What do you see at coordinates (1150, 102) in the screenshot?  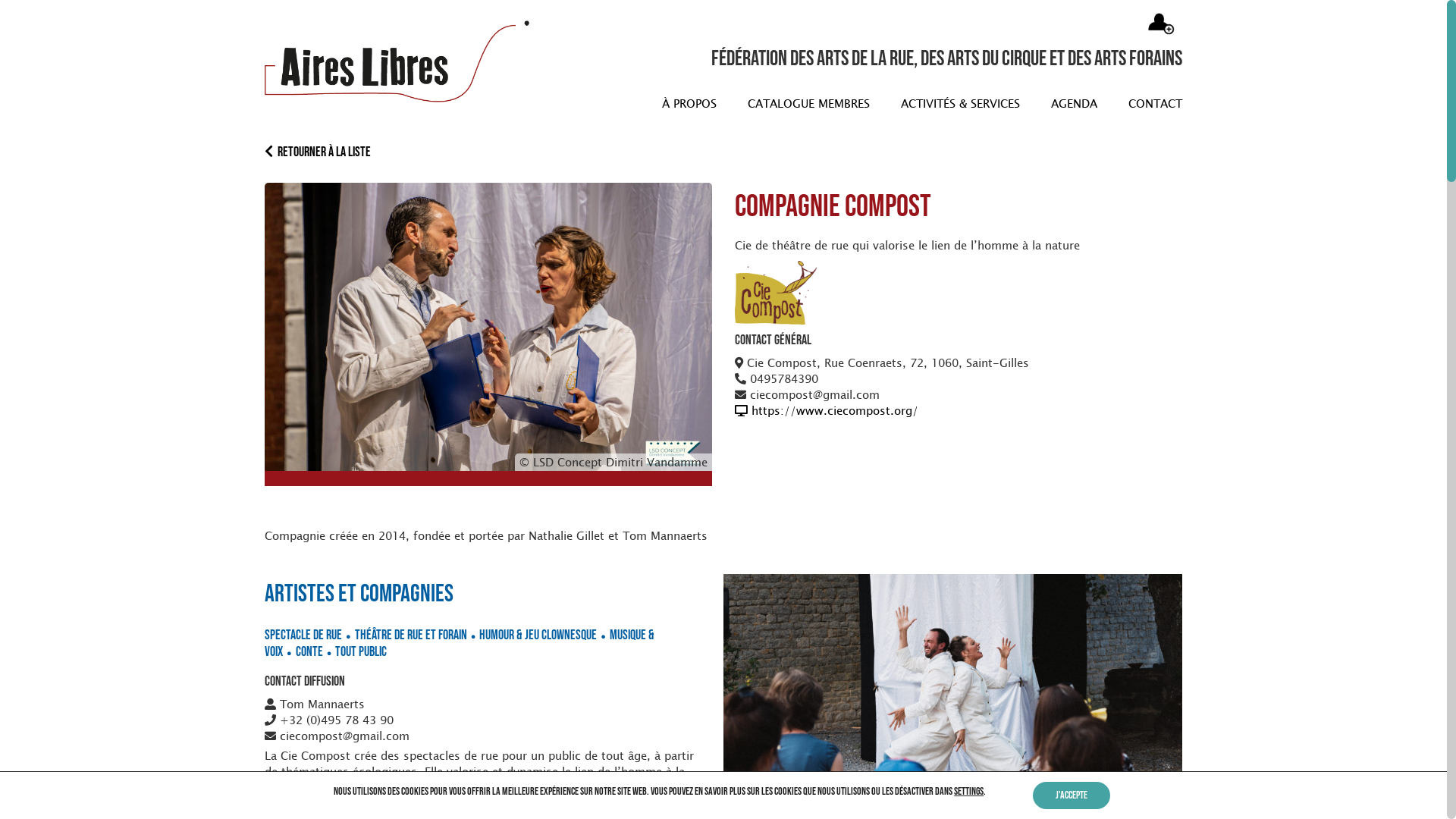 I see `'CONTACT'` at bounding box center [1150, 102].